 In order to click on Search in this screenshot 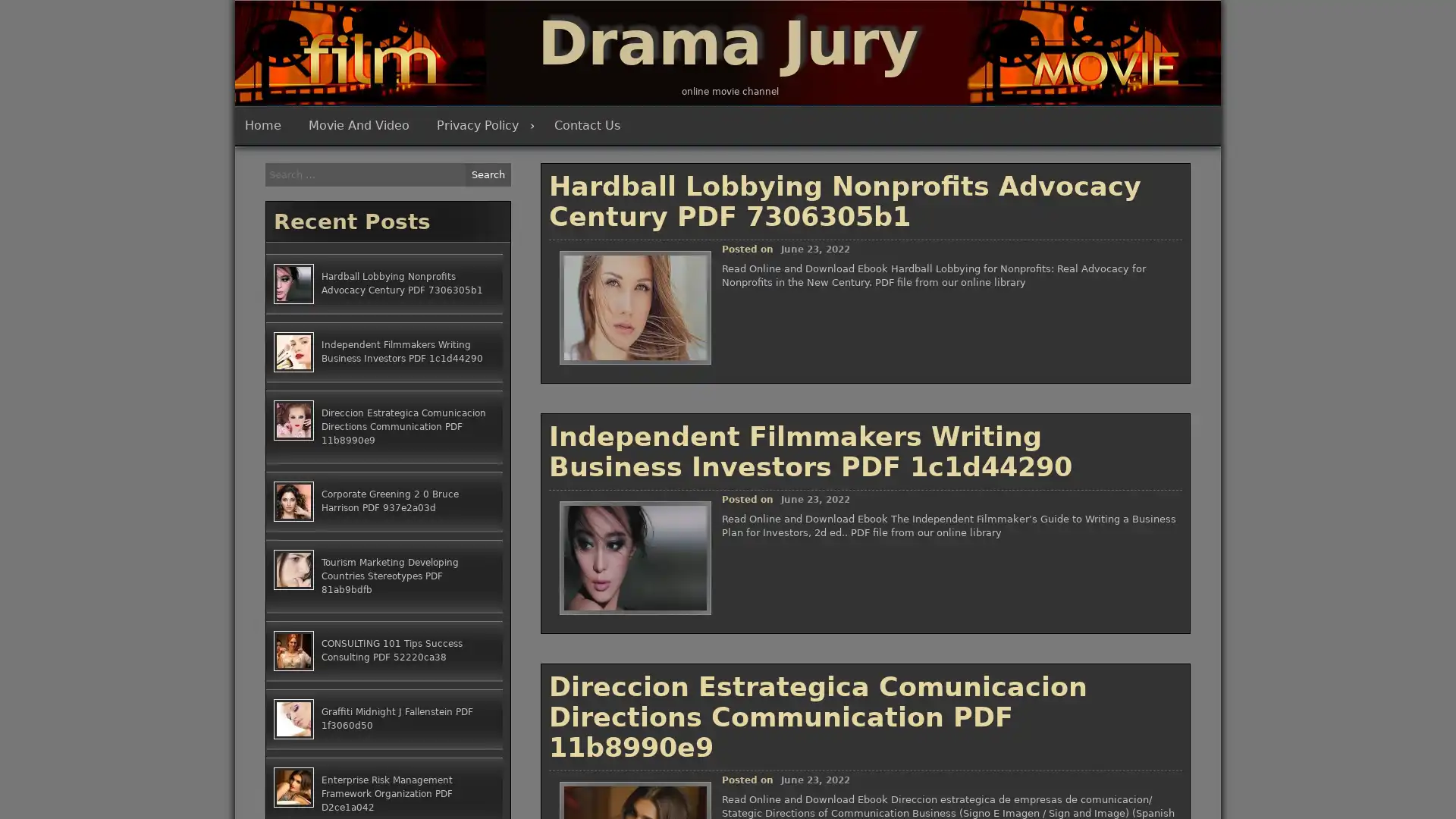, I will do `click(488, 174)`.